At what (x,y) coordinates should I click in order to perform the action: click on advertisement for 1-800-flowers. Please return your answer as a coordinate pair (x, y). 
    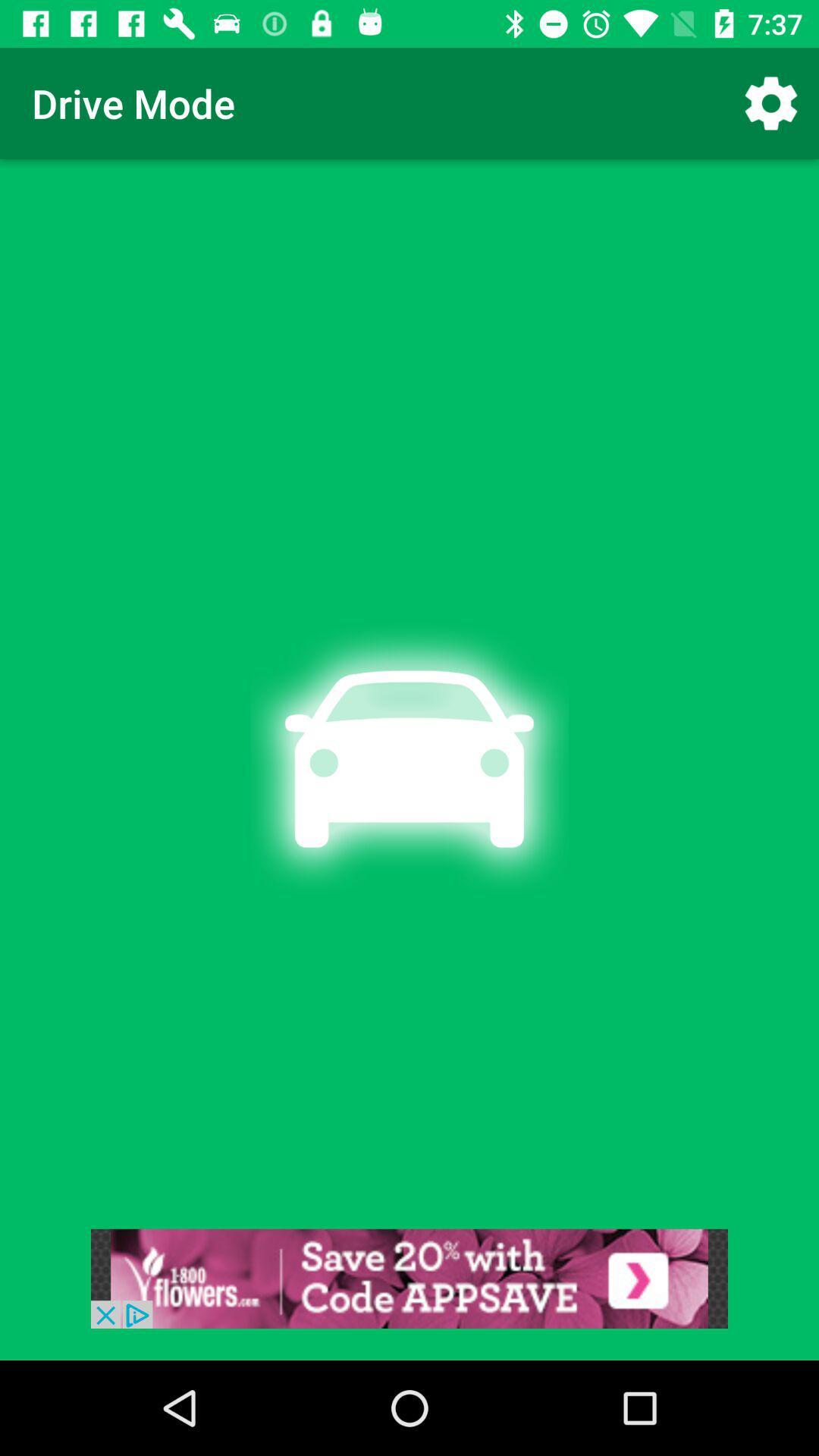
    Looking at the image, I should click on (409, 1278).